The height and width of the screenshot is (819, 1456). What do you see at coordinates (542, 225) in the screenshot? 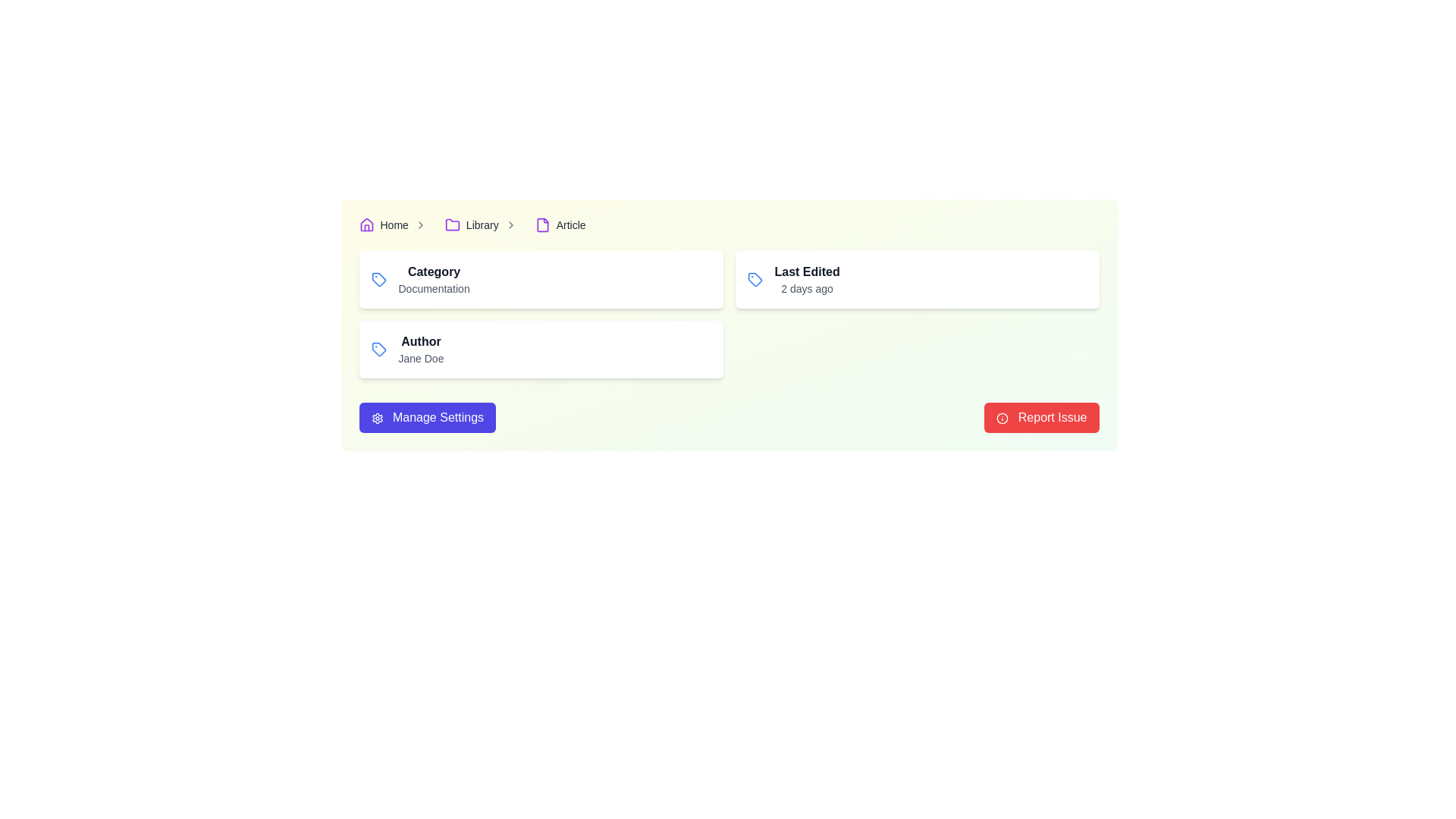
I see `the purple folder icon in the breadcrumb navigation bar, located adjacent to the 'Article' text` at bounding box center [542, 225].